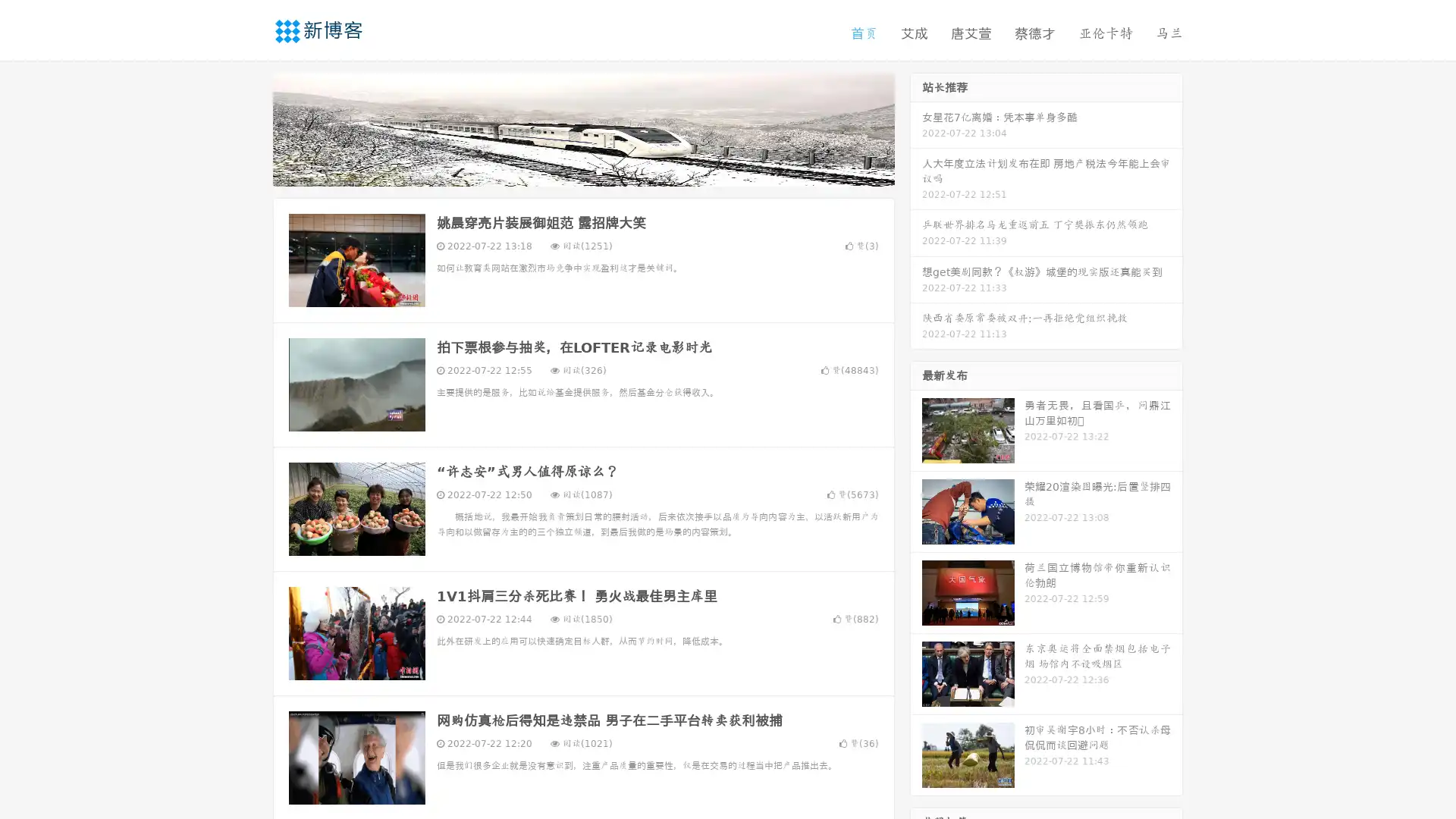  What do you see at coordinates (567, 171) in the screenshot?
I see `Go to slide 1` at bounding box center [567, 171].